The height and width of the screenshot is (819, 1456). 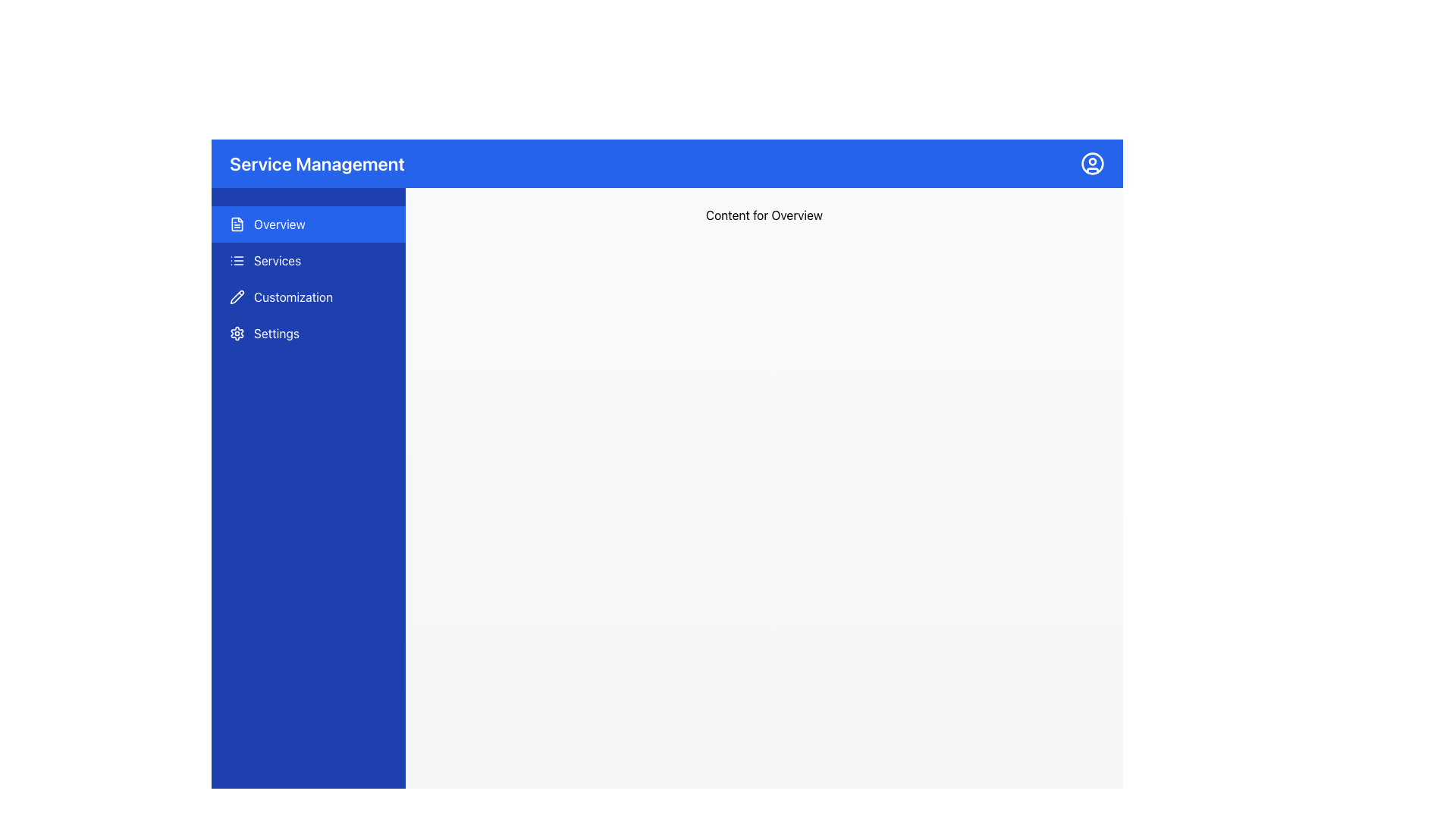 I want to click on the 'Settings' text label in the left sidebar, so click(x=276, y=332).